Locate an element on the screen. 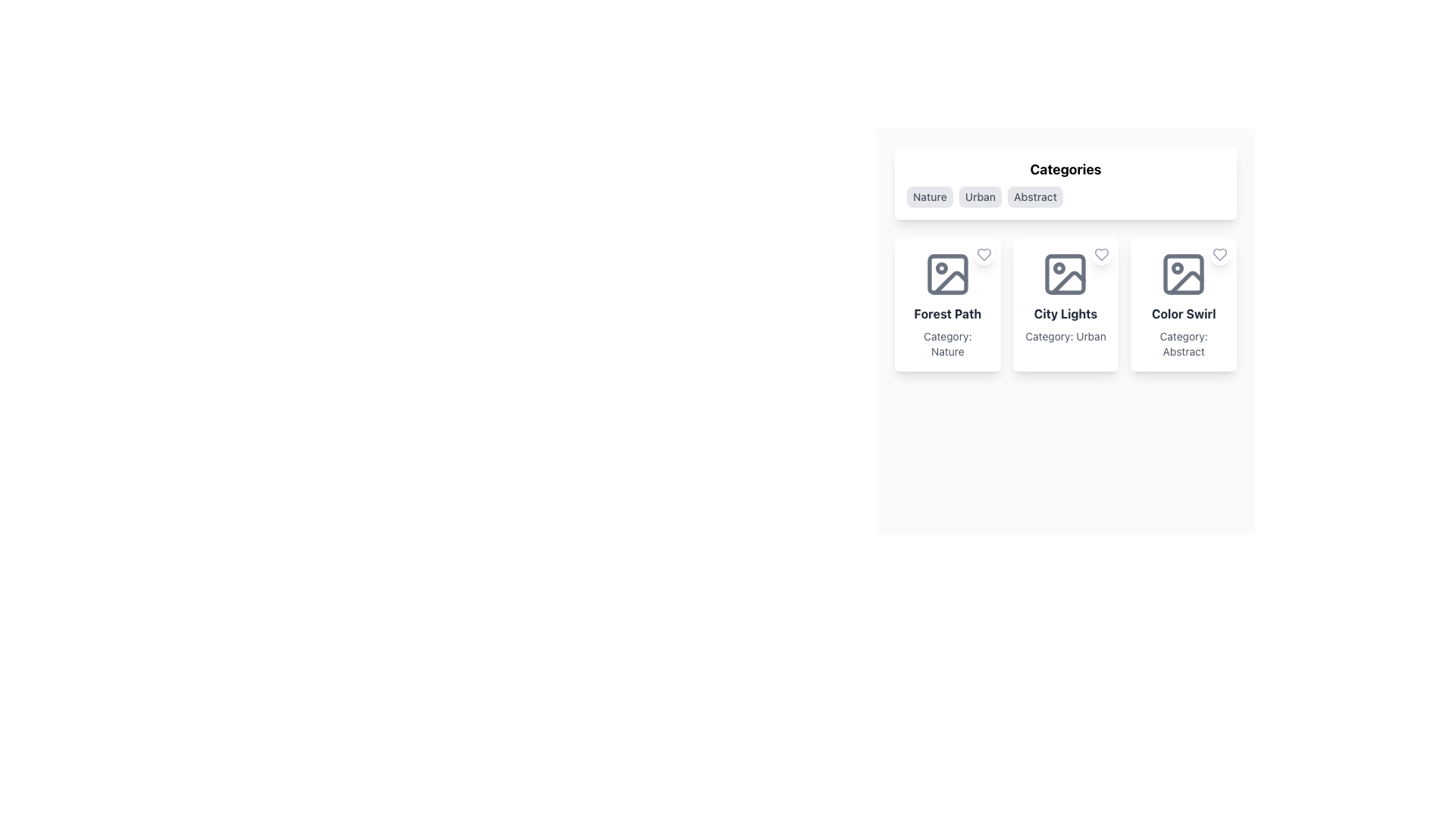  the Heart icon located in the top-right corner of the 'City Lights' card under the 'Categories' header is located at coordinates (1102, 253).